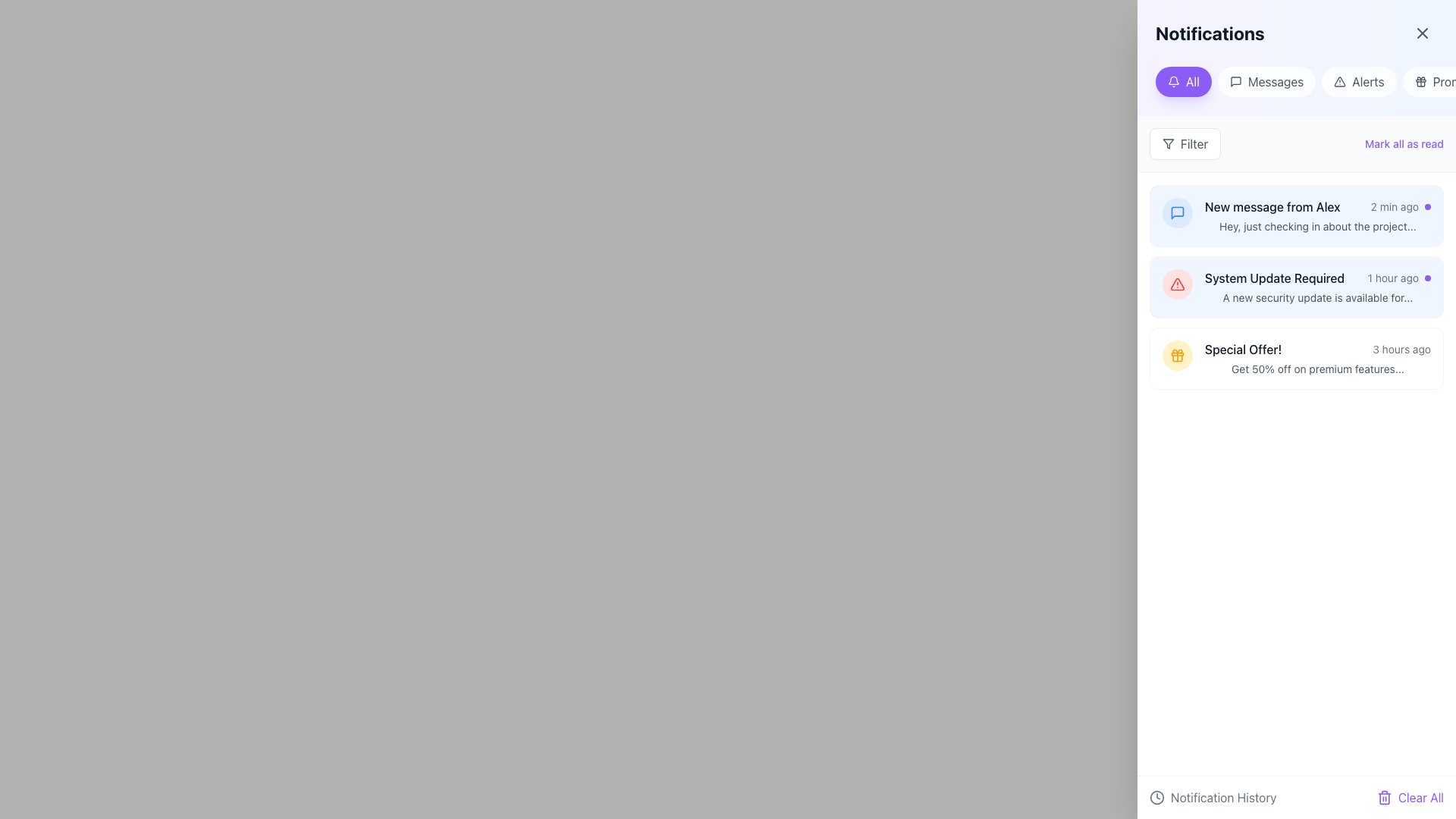 Image resolution: width=1456 pixels, height=819 pixels. What do you see at coordinates (1418, 216) in the screenshot?
I see `the icon button (ellipsis) located in the top right corner of the notification card titled 'New message from Alex'` at bounding box center [1418, 216].